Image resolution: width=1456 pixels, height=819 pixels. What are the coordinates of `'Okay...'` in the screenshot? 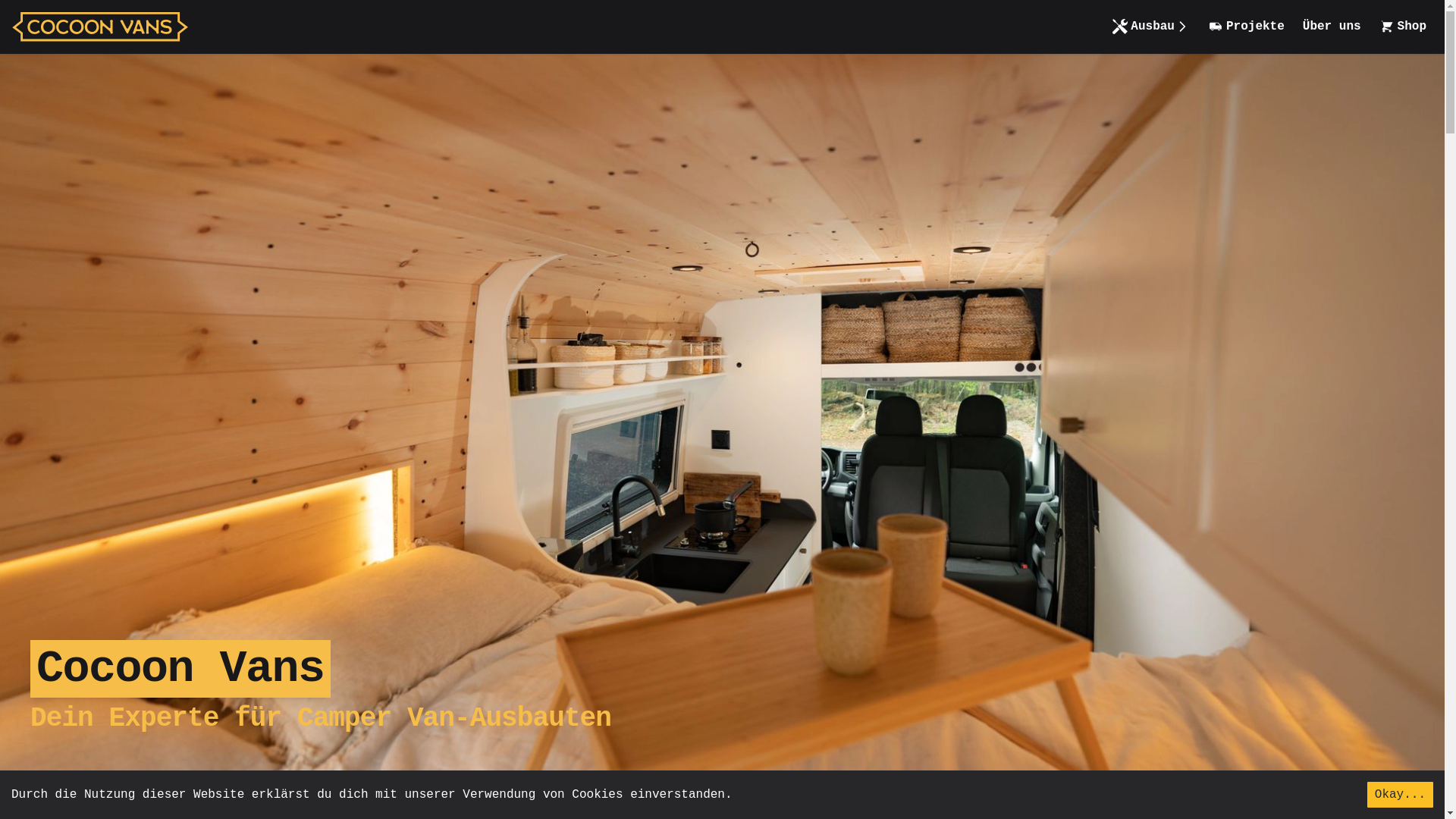 It's located at (1399, 794).